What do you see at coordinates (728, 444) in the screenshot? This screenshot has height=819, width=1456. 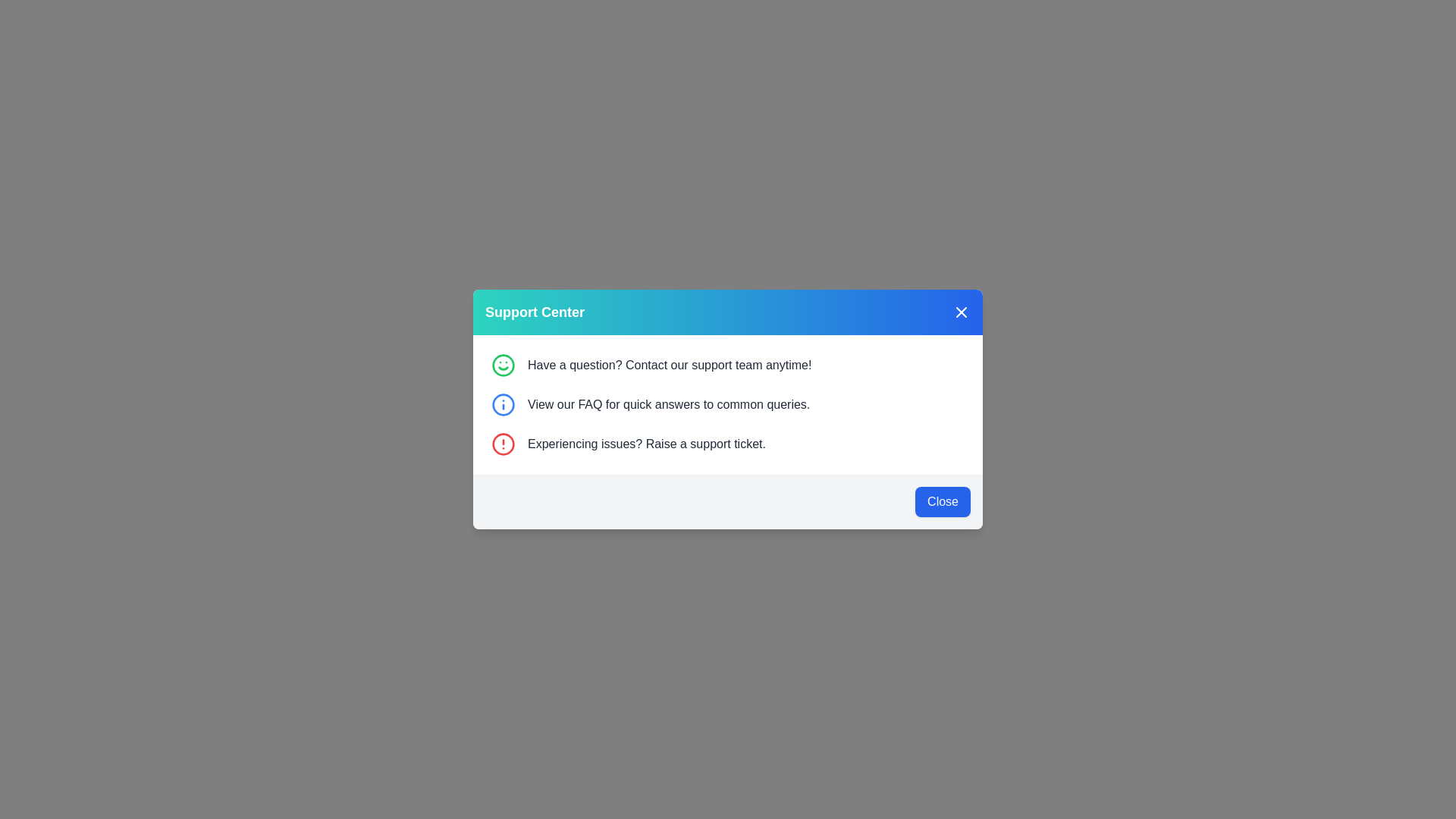 I see `the Informational Section with Text and Icon that features a red alert symbol and the text 'Experiencing issues? Raise a support ticket.'` at bounding box center [728, 444].